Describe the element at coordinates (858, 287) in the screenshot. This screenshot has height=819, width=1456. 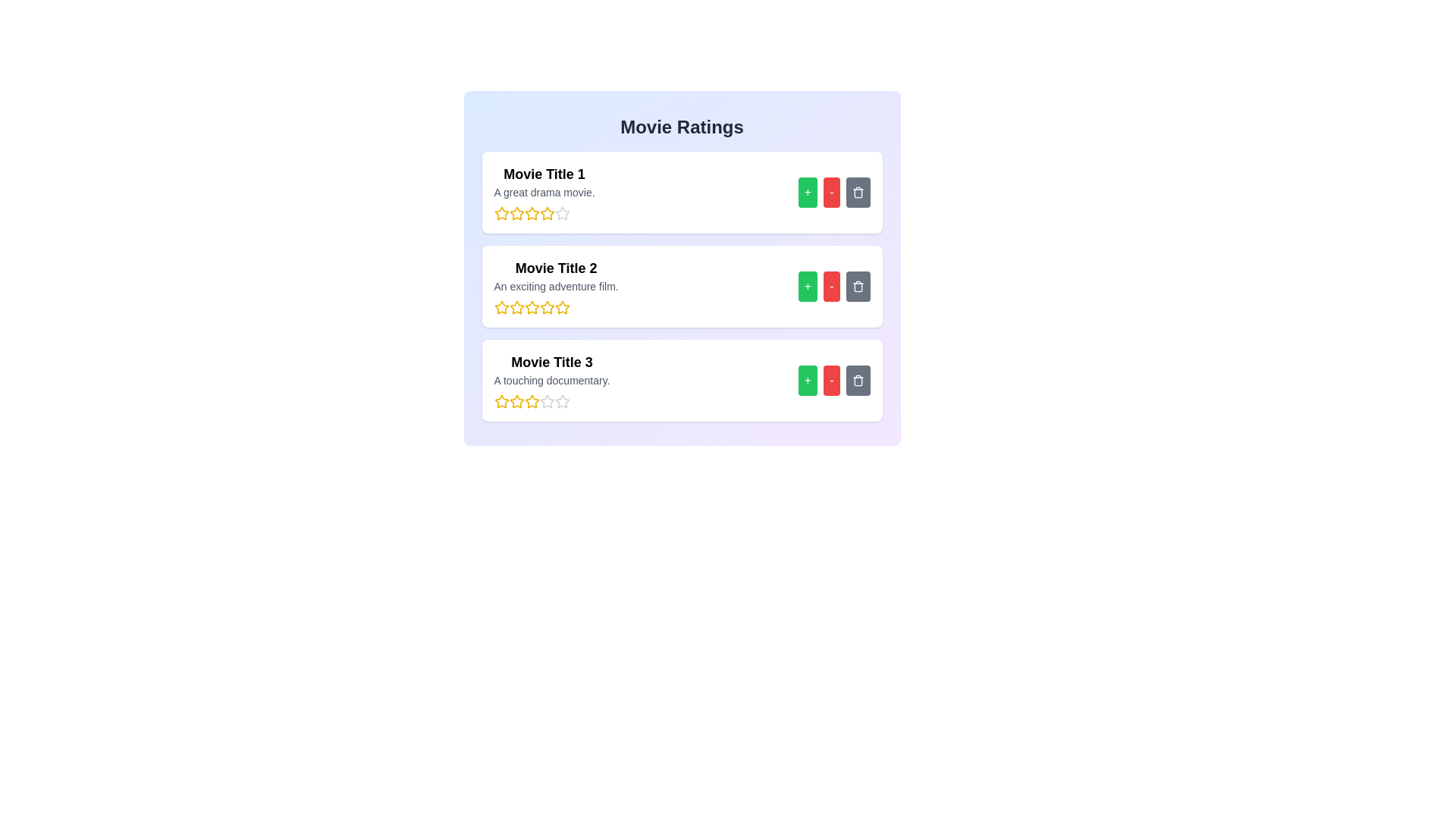
I see `trash icon for the movie titled Movie Title 2 to remove it from the list` at that location.